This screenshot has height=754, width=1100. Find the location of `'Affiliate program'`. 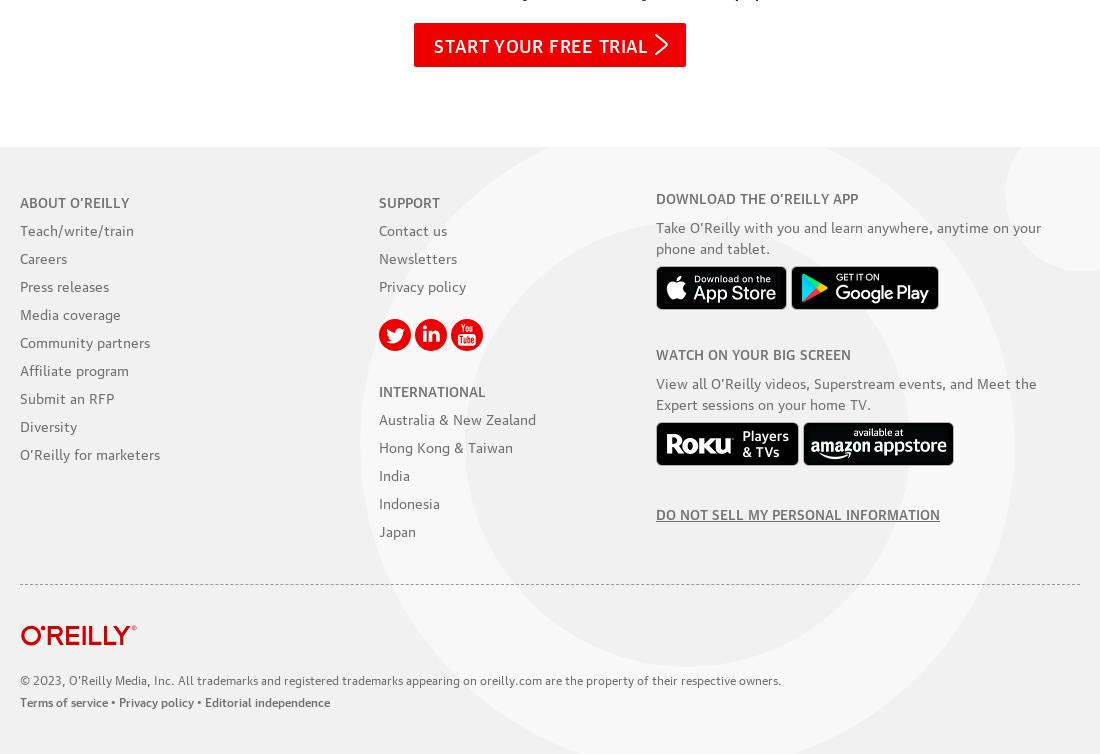

'Affiliate program' is located at coordinates (74, 367).